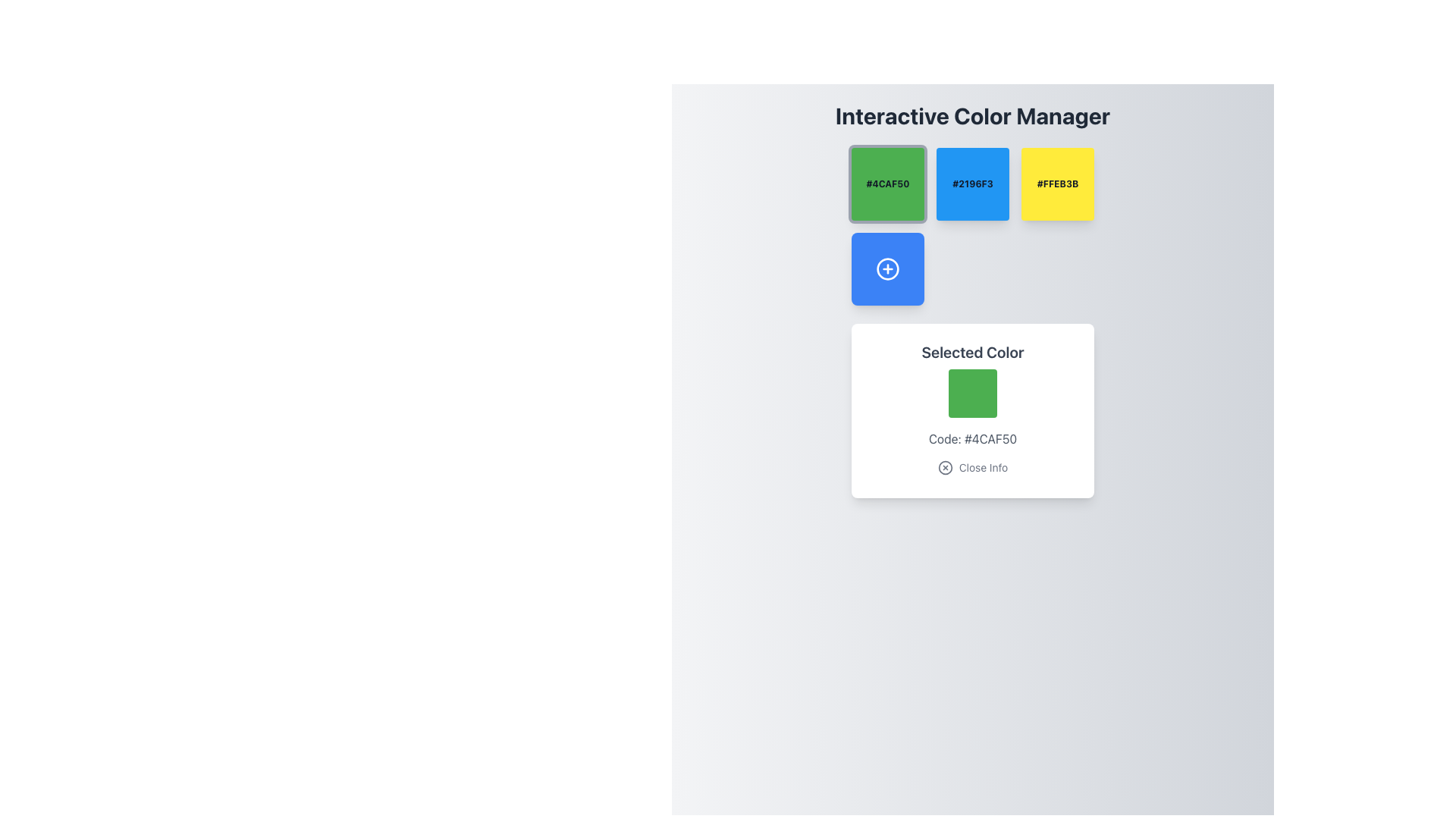 The height and width of the screenshot is (819, 1456). Describe the element at coordinates (972, 353) in the screenshot. I see `the 'Selected Color' text label, which is styled in bold, large gray font at the top of a white card` at that location.